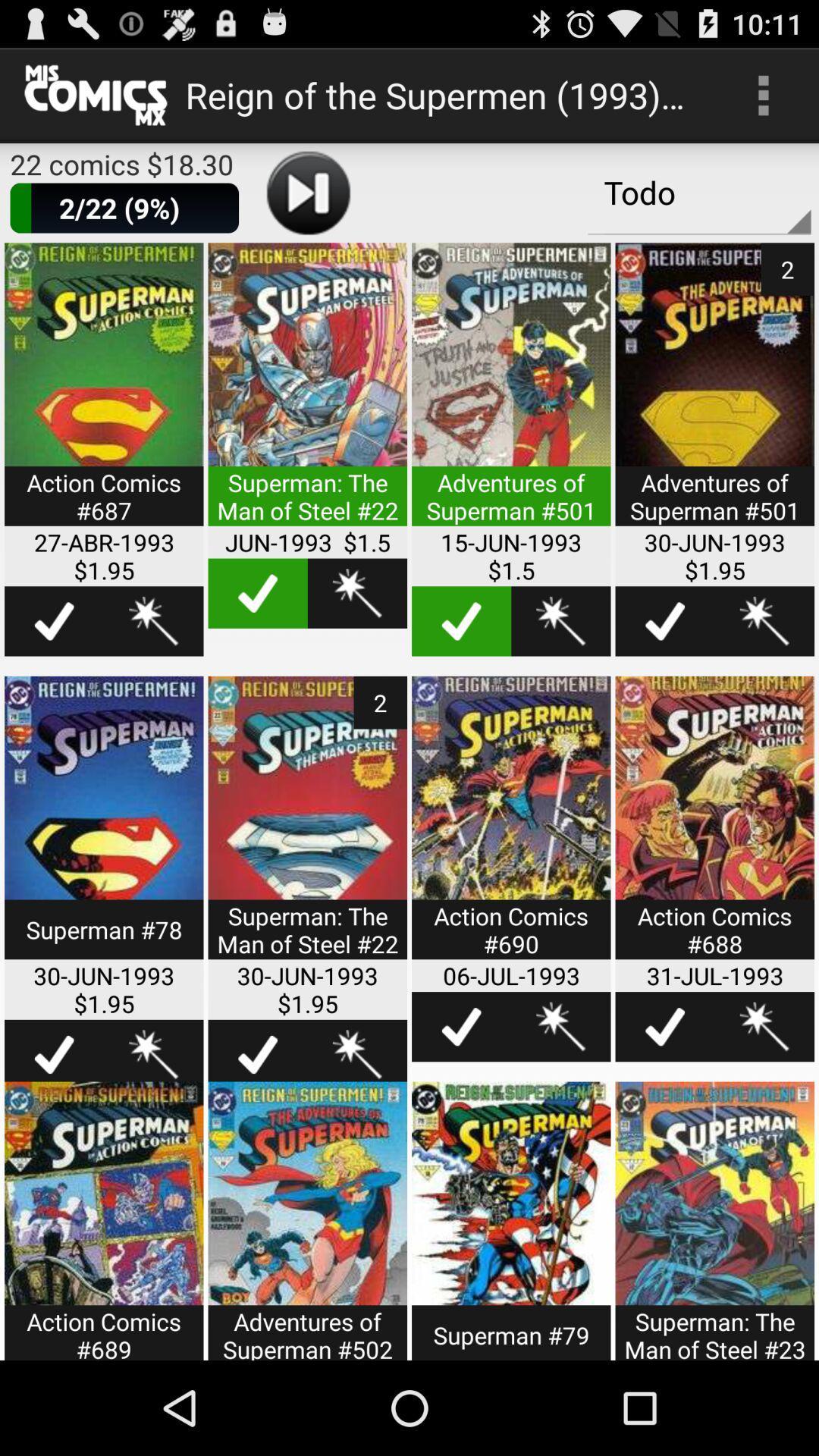 Image resolution: width=819 pixels, height=1456 pixels. Describe the element at coordinates (764, 621) in the screenshot. I see `magic wand` at that location.